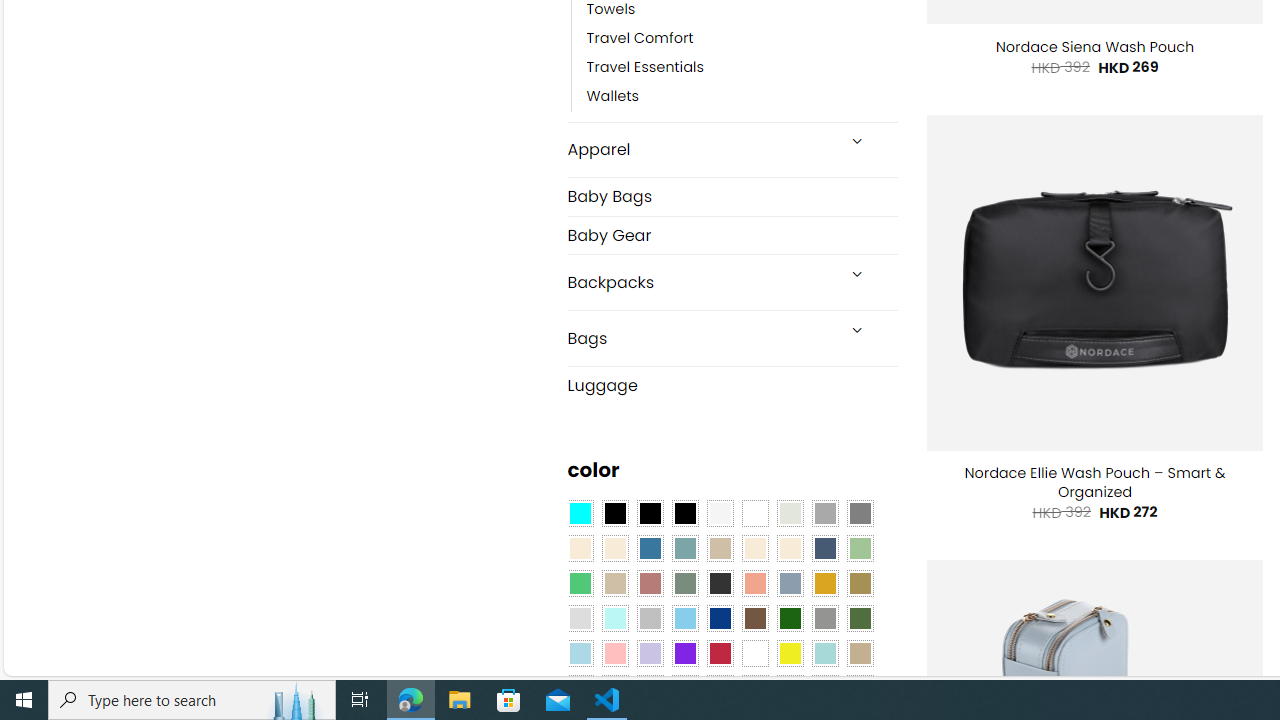 The image size is (1280, 720). Describe the element at coordinates (578, 653) in the screenshot. I see `'Light Blue'` at that location.